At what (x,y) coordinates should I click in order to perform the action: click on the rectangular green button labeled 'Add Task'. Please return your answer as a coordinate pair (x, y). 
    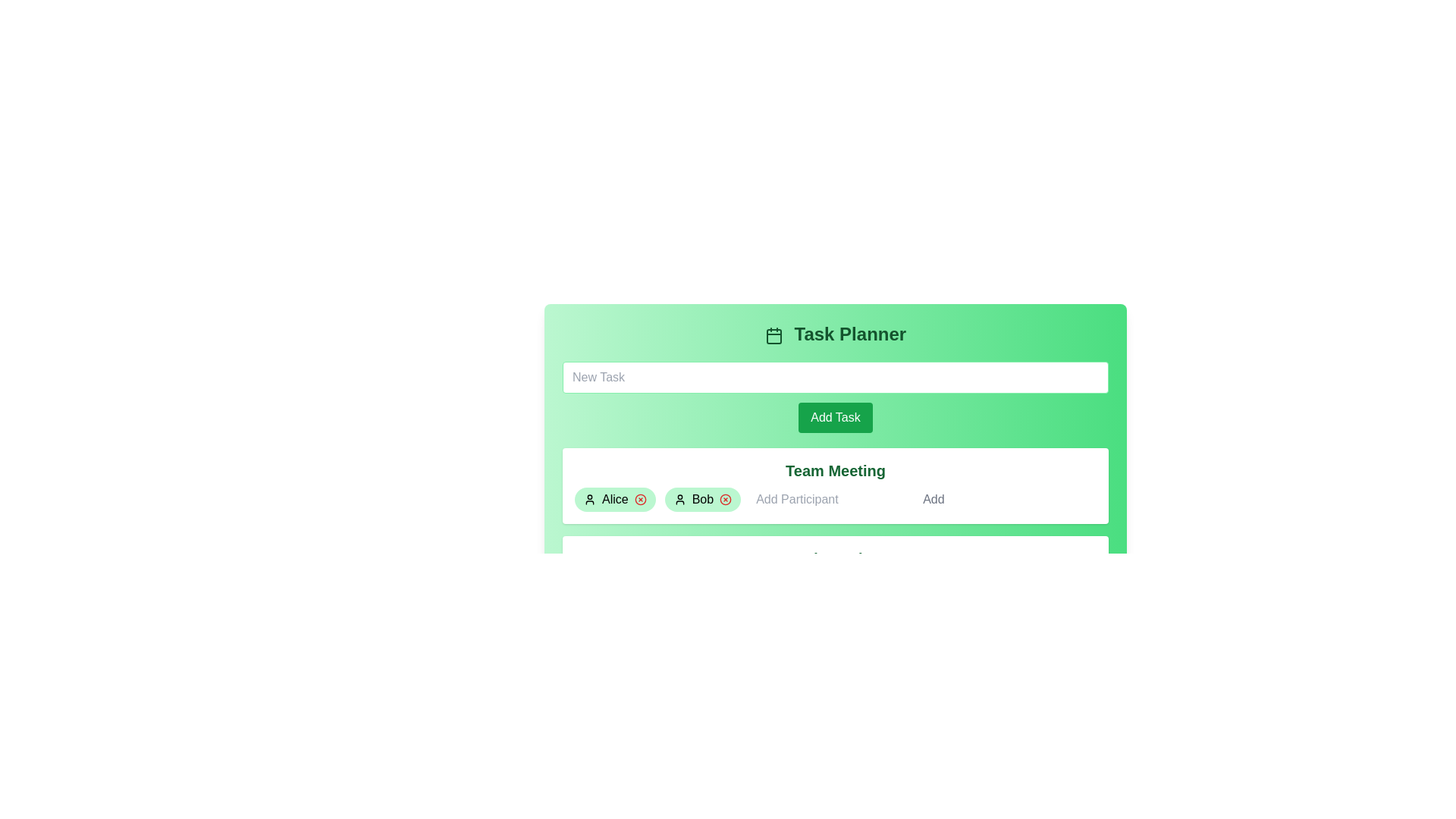
    Looking at the image, I should click on (835, 418).